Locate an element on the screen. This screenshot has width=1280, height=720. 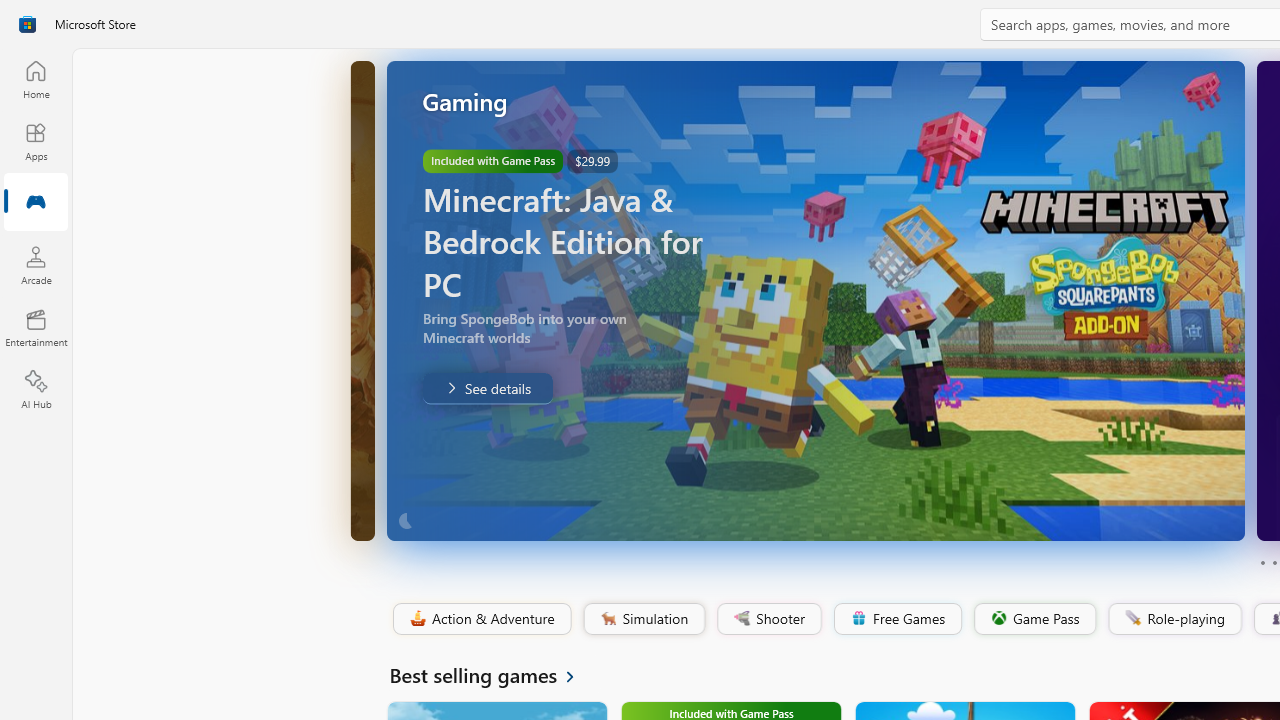
'Shooter' is located at coordinates (767, 618).